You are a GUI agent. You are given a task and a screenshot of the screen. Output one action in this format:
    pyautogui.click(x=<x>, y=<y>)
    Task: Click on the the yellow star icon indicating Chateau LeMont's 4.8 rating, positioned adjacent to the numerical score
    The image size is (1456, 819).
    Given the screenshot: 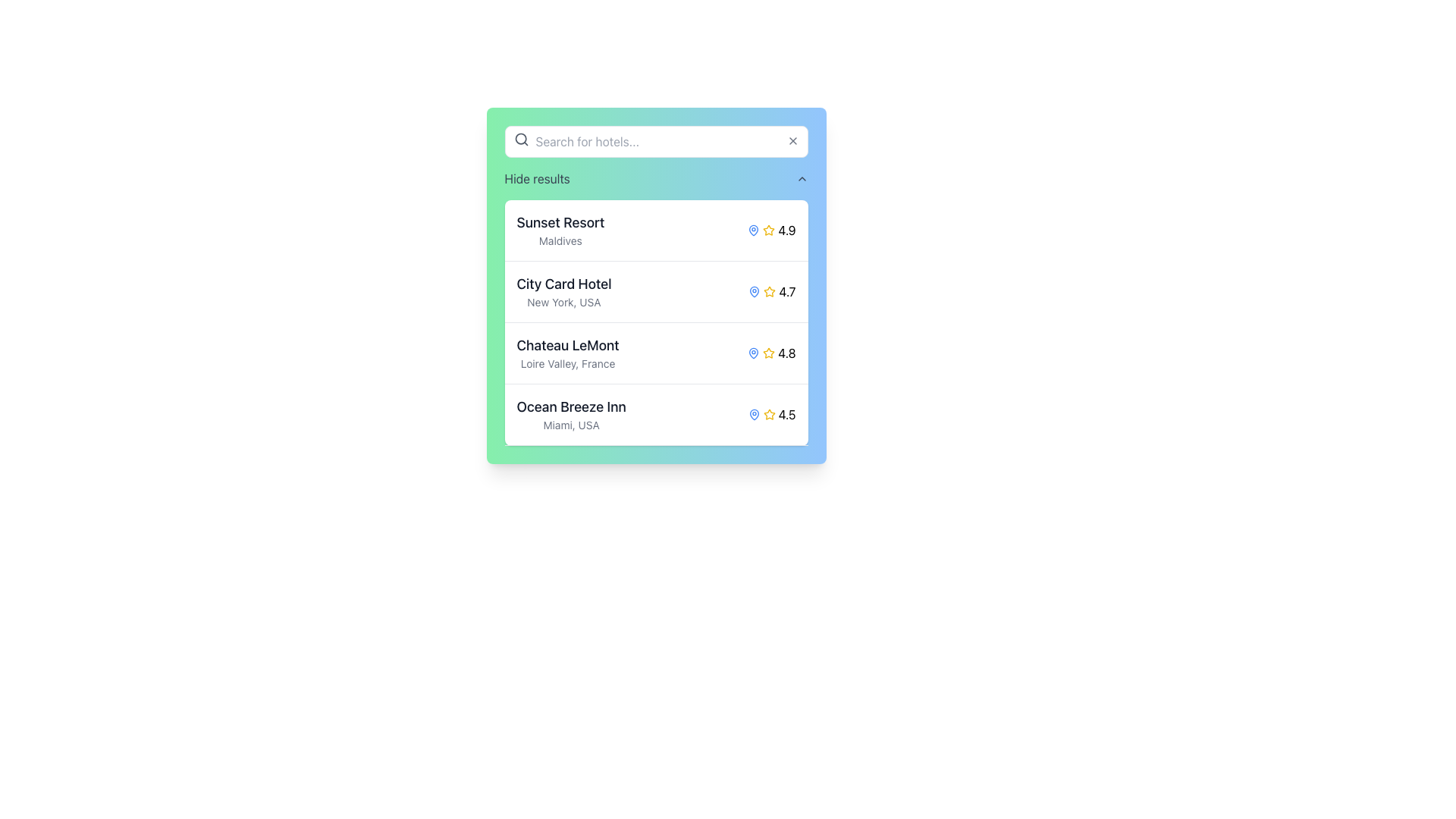 What is the action you would take?
    pyautogui.click(x=769, y=353)
    